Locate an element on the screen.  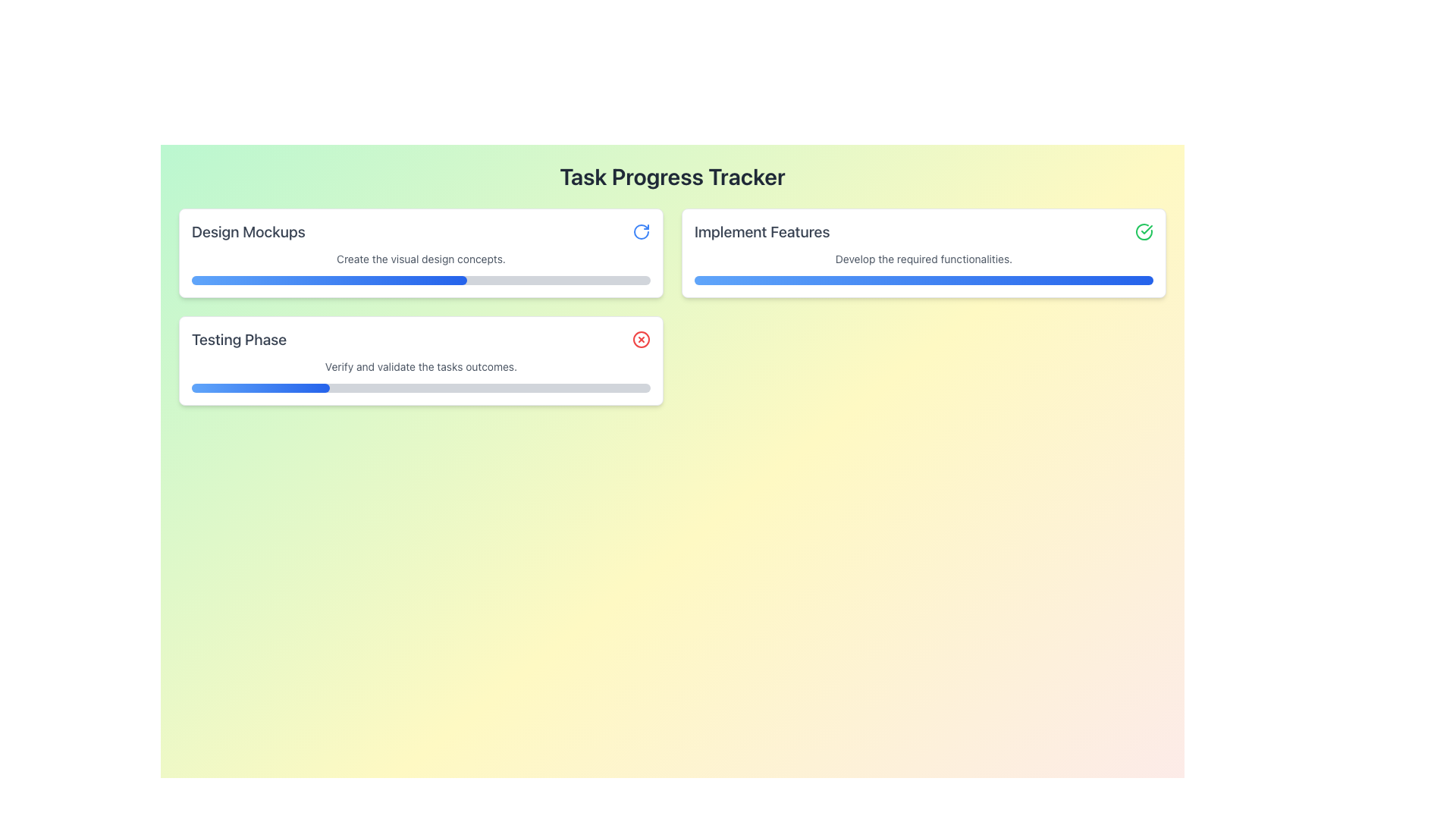
the checkmark icon indicating task completion located at the top-right corner of the task card titled 'Implement Features' is located at coordinates (1144, 231).